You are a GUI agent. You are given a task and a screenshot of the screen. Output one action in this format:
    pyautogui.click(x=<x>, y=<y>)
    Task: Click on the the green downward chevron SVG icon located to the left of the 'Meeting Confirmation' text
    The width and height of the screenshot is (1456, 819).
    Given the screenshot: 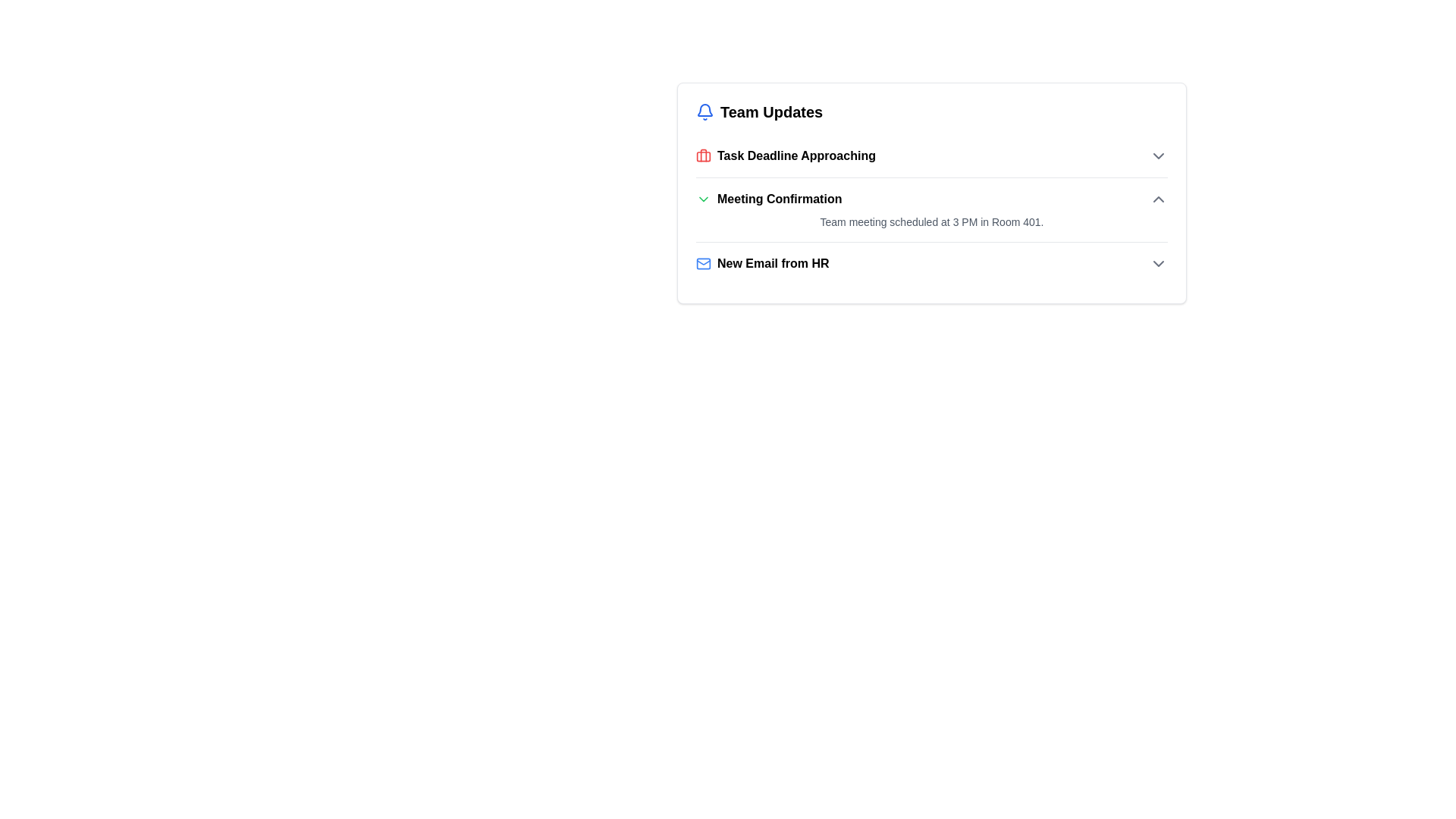 What is the action you would take?
    pyautogui.click(x=702, y=198)
    